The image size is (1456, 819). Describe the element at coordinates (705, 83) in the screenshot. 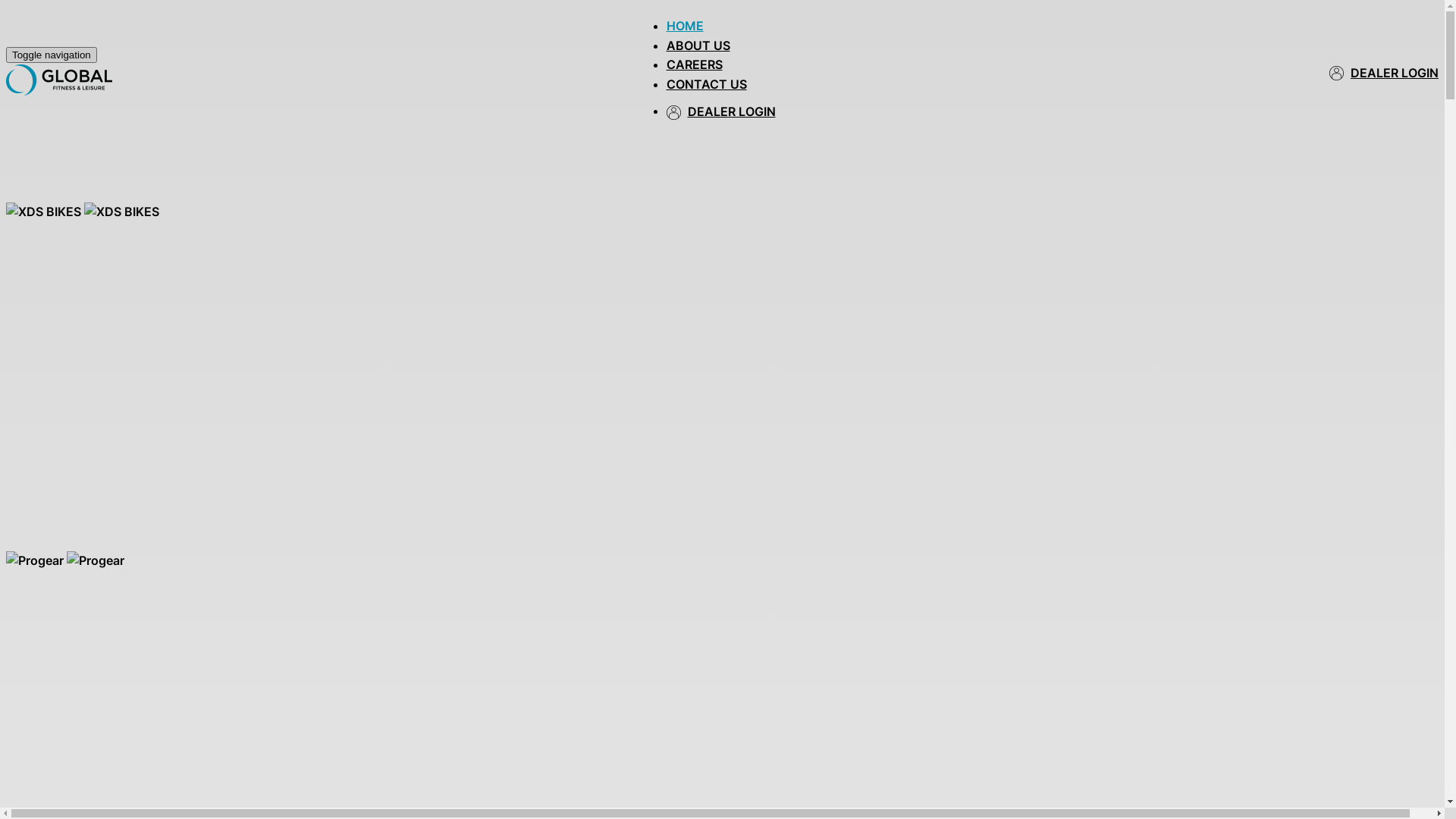

I see `'CONTACT US'` at that location.